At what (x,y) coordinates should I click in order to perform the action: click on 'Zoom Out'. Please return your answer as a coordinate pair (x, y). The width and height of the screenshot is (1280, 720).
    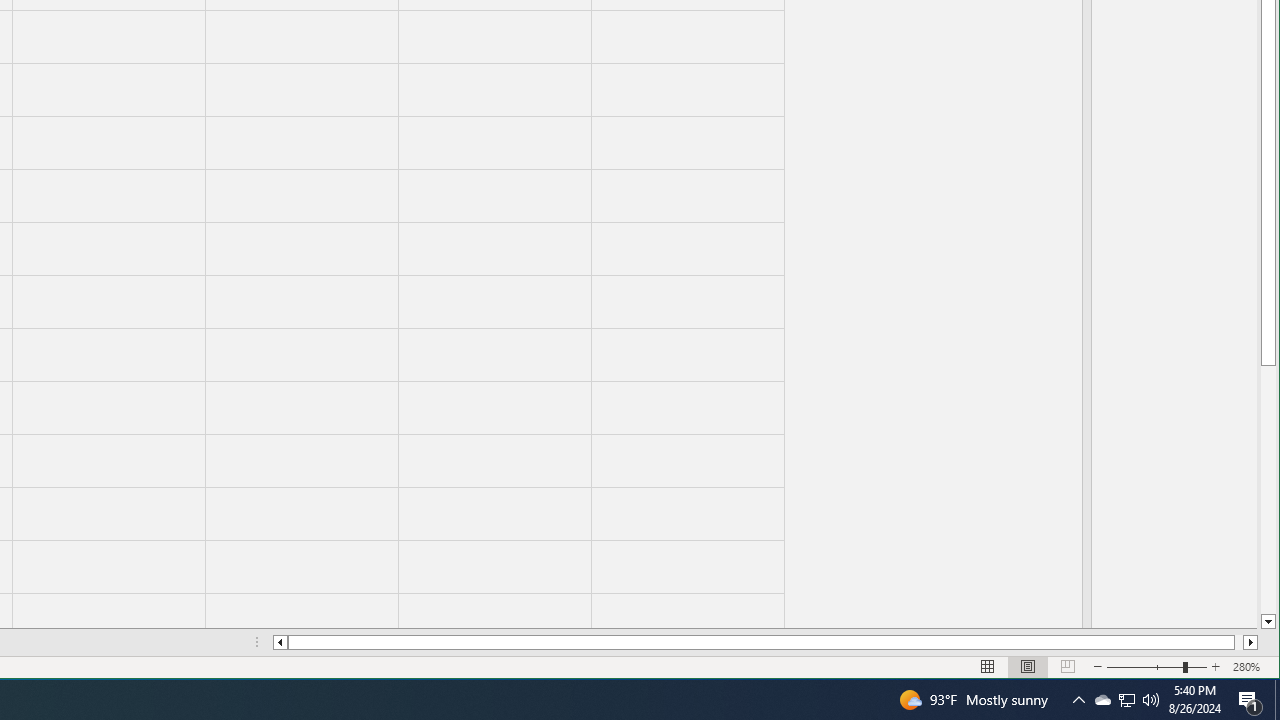
    Looking at the image, I should click on (1144, 667).